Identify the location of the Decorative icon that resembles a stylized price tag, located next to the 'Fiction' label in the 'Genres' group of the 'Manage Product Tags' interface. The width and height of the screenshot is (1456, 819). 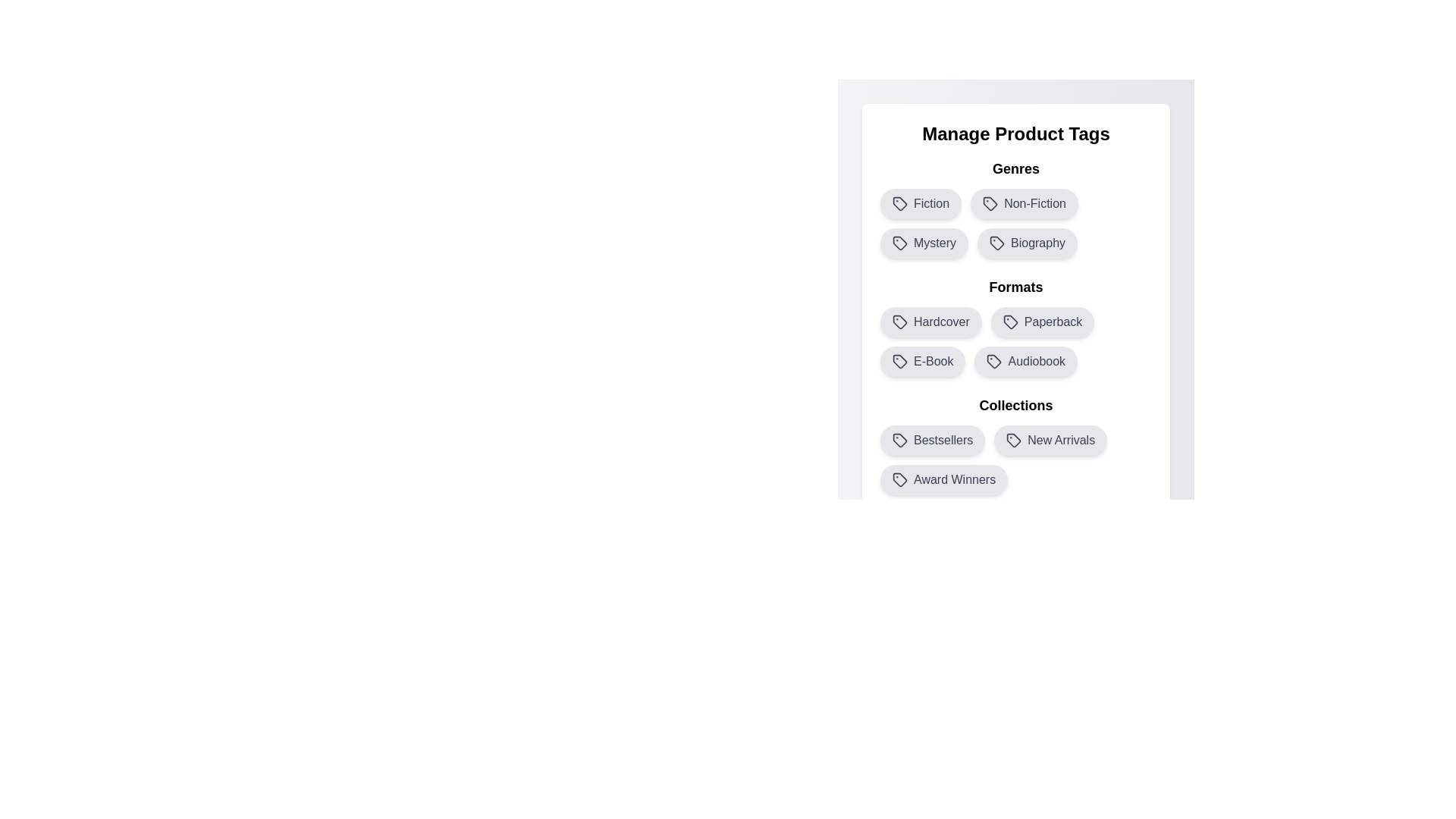
(899, 203).